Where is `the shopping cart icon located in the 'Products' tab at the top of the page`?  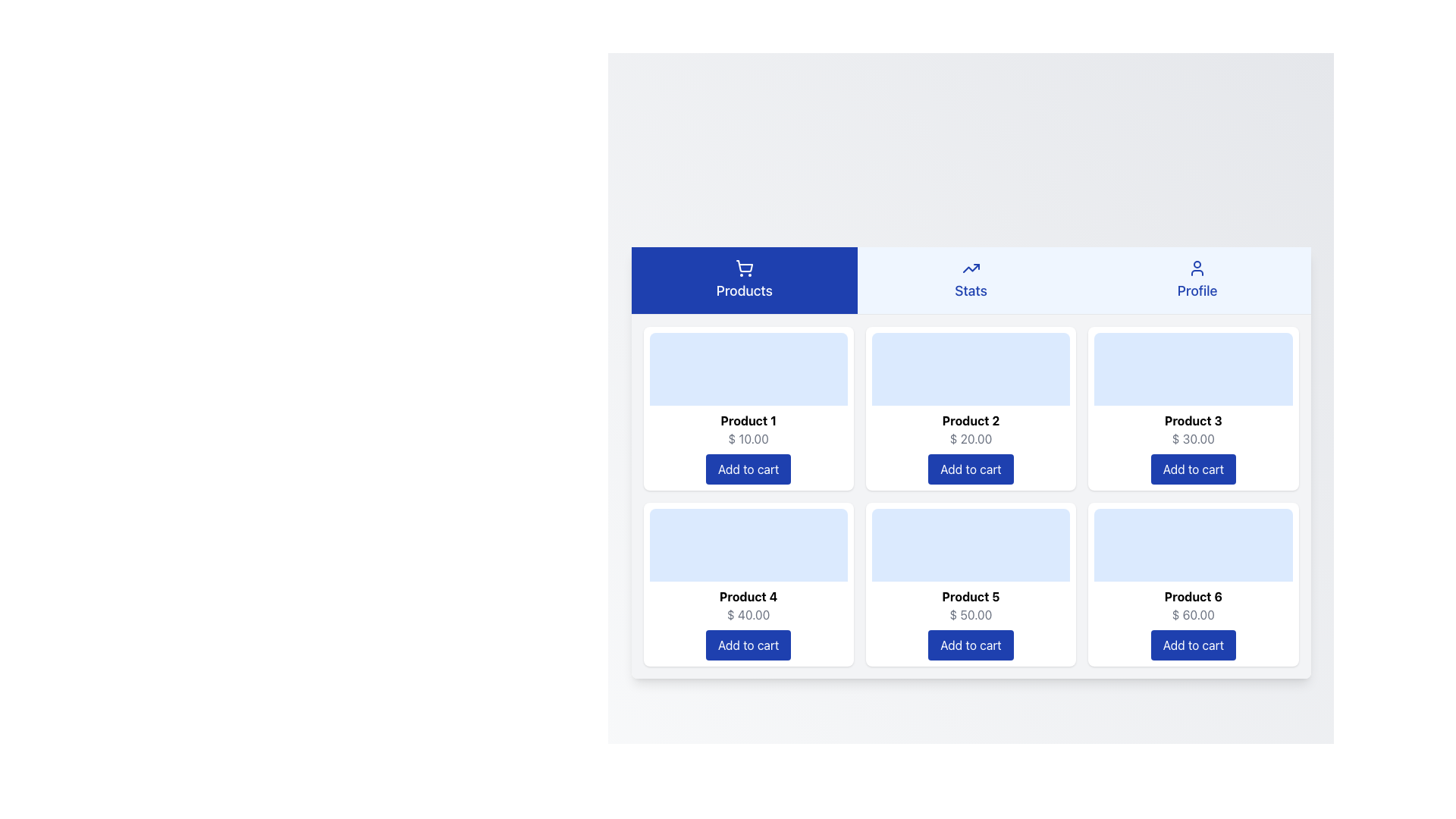
the shopping cart icon located in the 'Products' tab at the top of the page is located at coordinates (744, 265).